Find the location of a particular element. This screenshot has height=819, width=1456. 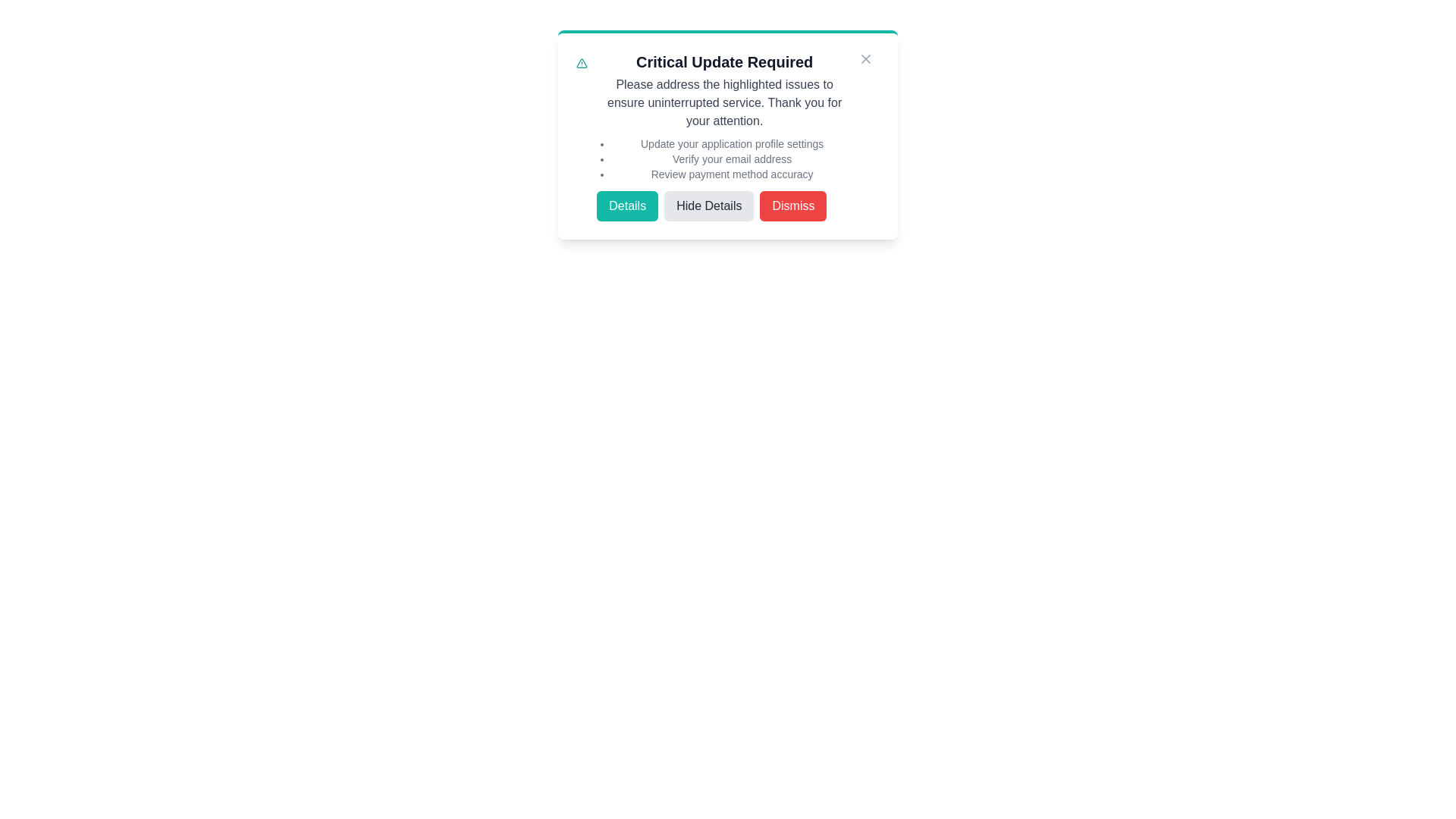

text items in the list displayed in a disc-styled bullet format, located centrally within the popup box under the heading 'Critical Update Required' is located at coordinates (732, 158).